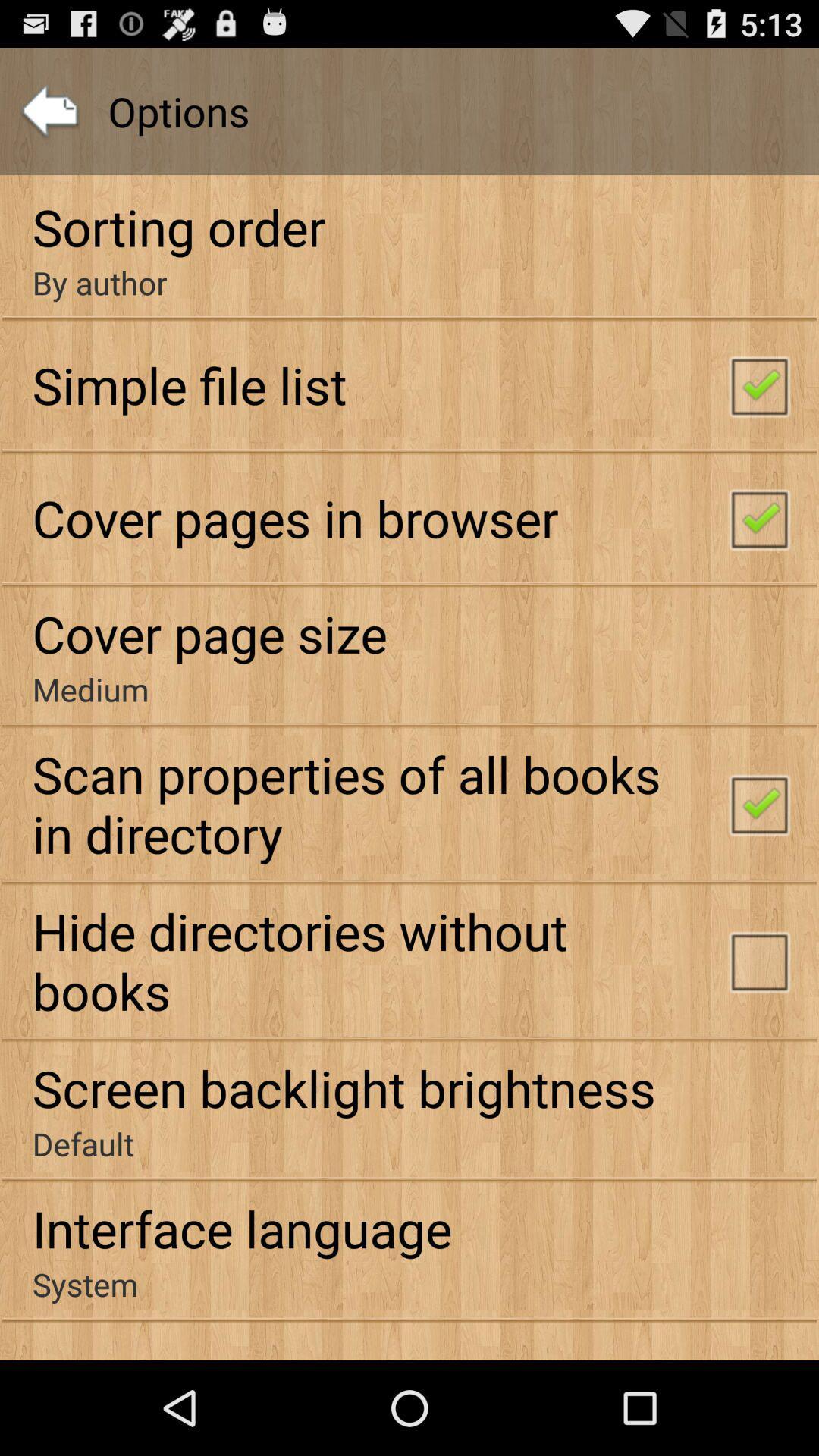  Describe the element at coordinates (49, 111) in the screenshot. I see `app to the left of options` at that location.